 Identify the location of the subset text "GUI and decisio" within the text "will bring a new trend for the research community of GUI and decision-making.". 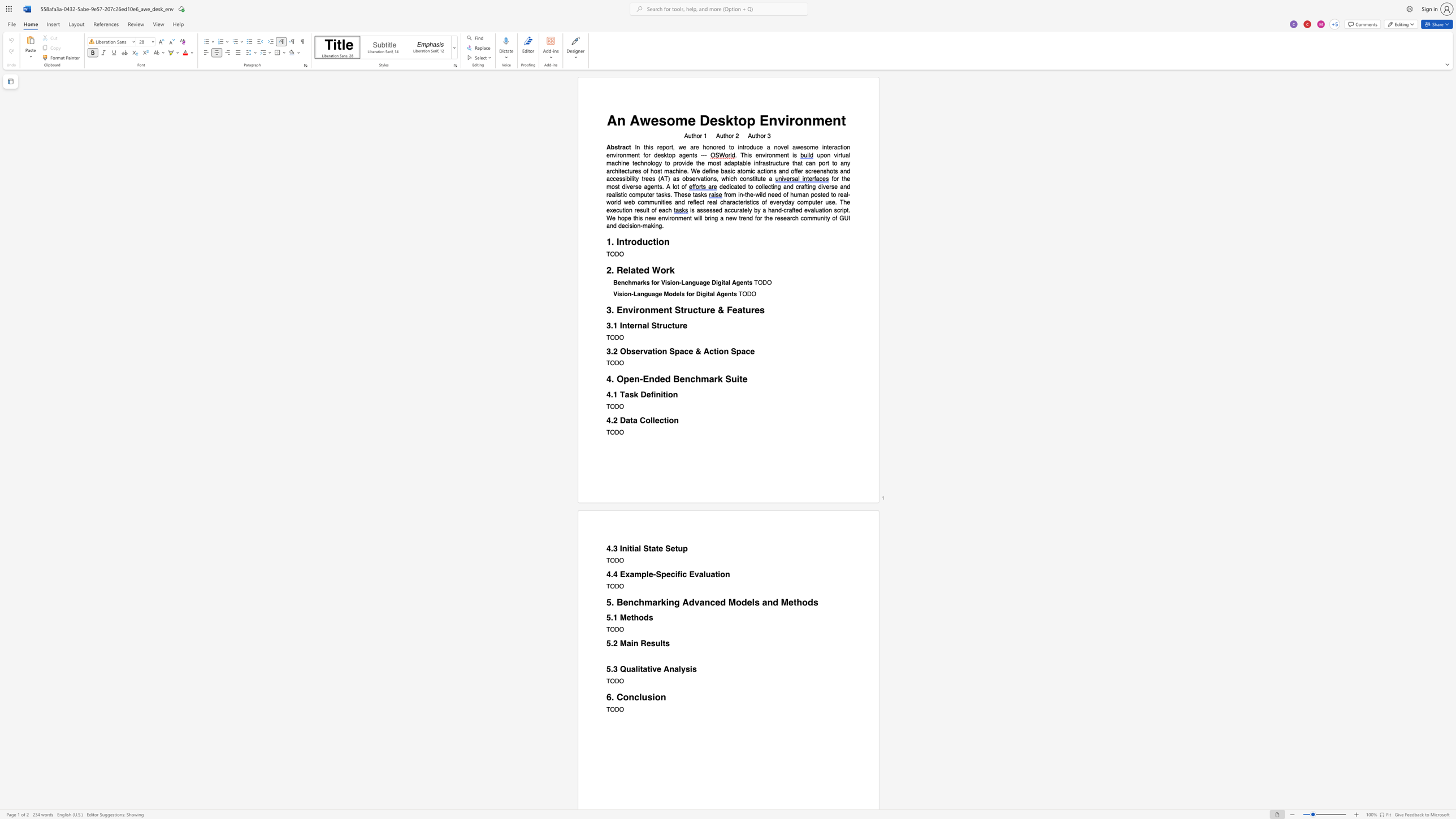
(839, 218).